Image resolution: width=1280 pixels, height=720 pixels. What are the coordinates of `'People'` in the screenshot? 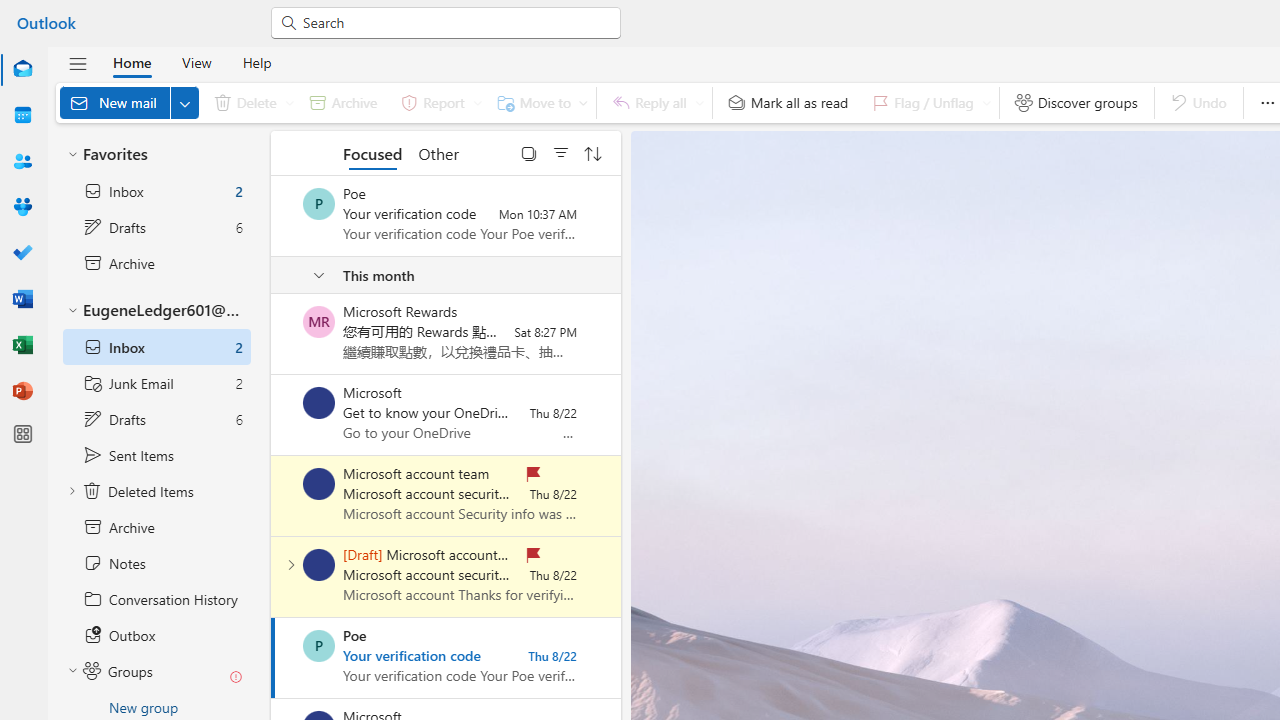 It's located at (23, 161).